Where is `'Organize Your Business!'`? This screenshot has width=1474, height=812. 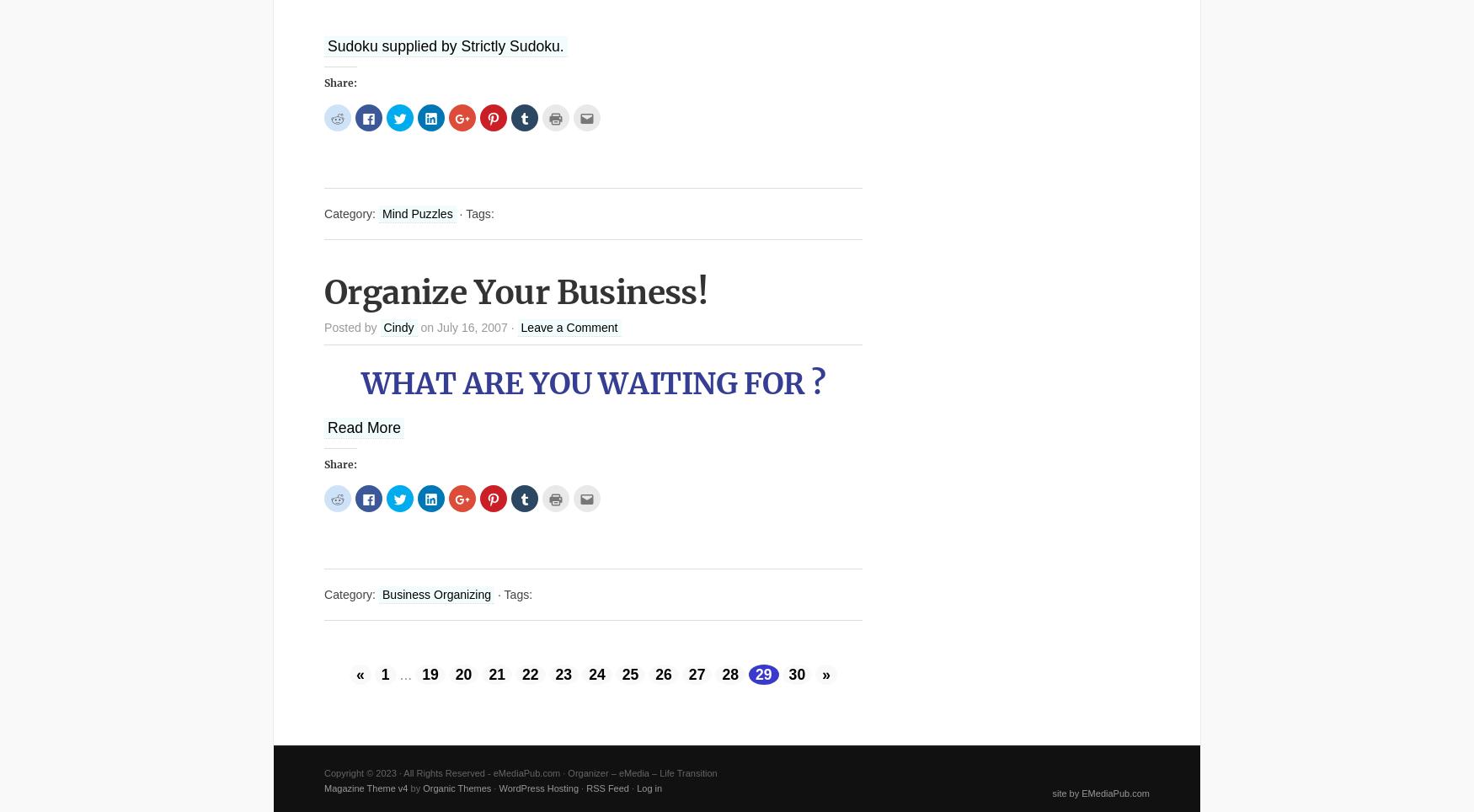
'Organize Your Business!' is located at coordinates (516, 291).